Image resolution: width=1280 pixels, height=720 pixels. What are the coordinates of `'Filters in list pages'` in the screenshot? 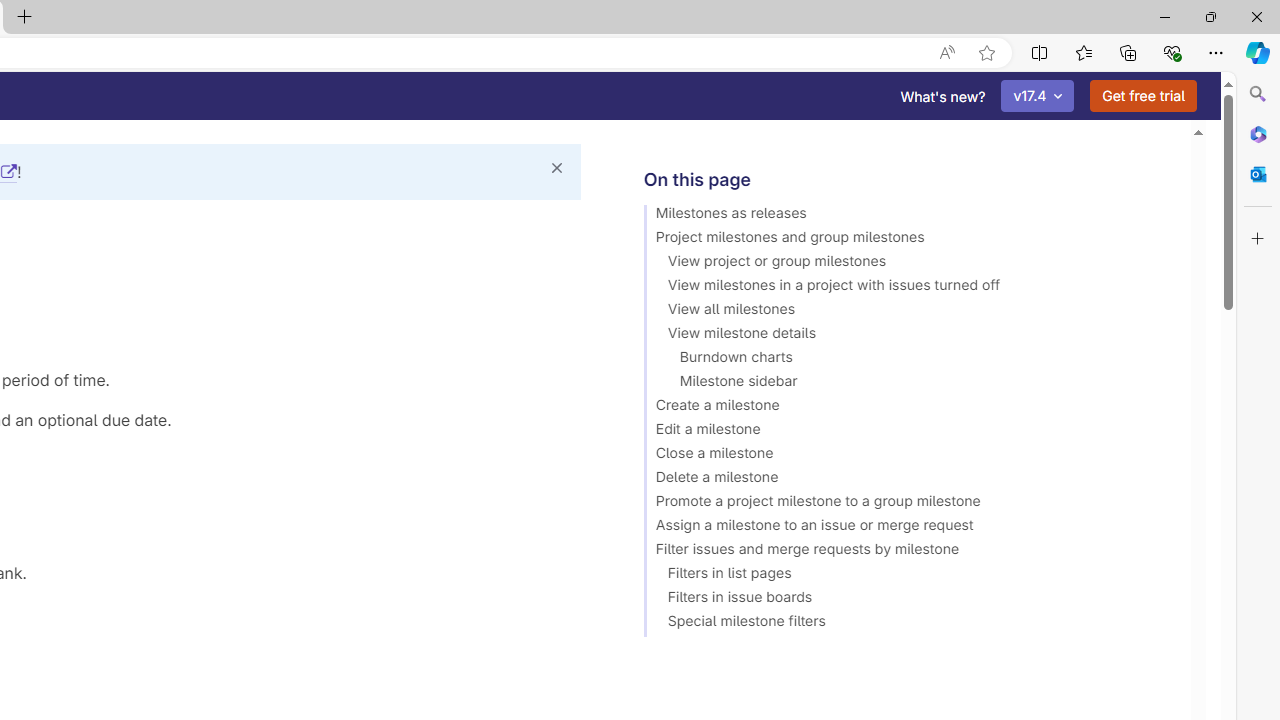 It's located at (907, 576).